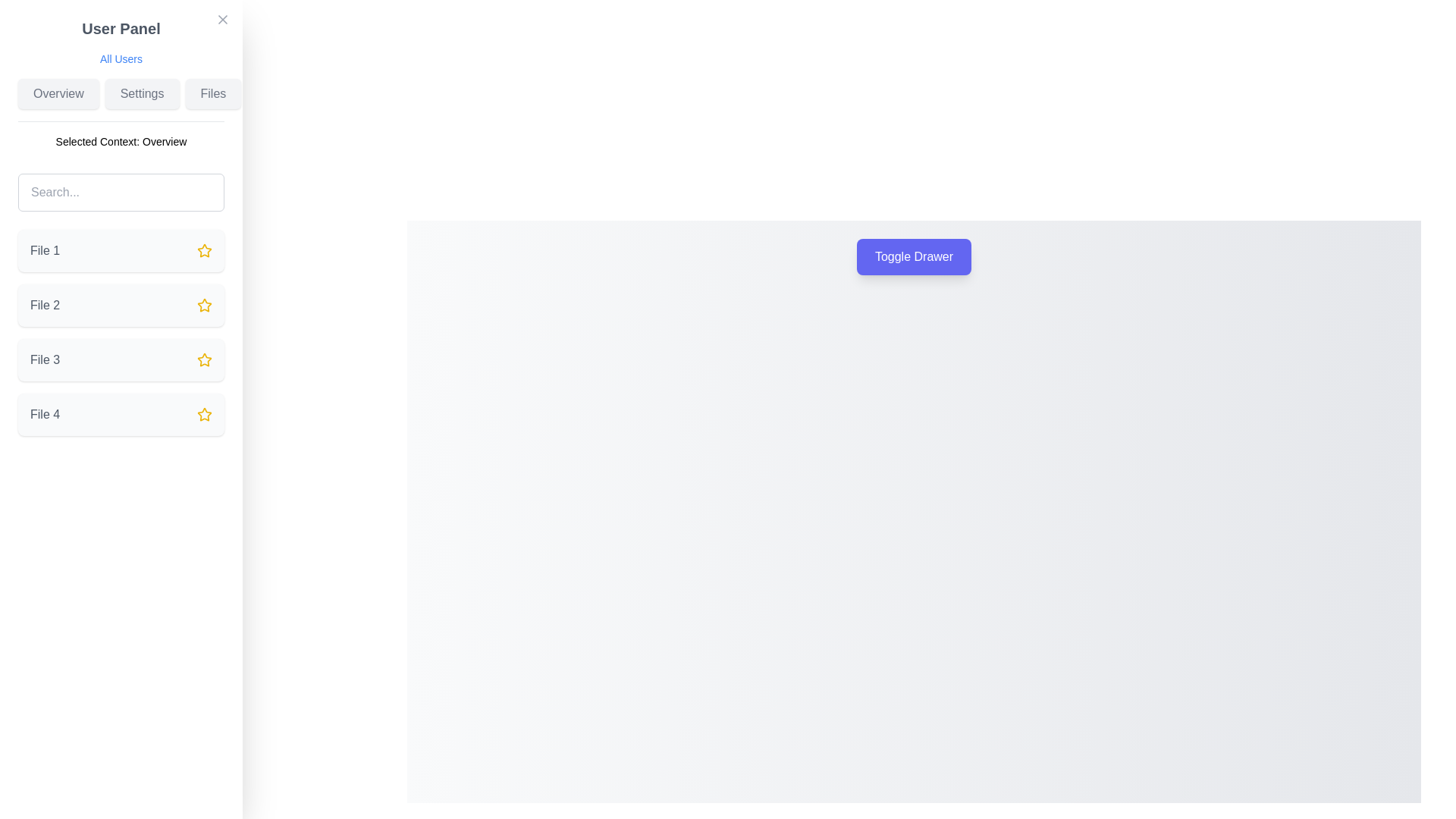  Describe the element at coordinates (45, 359) in the screenshot. I see `the 'File 3' text label in the third row of the vertical list within the side panel` at that location.